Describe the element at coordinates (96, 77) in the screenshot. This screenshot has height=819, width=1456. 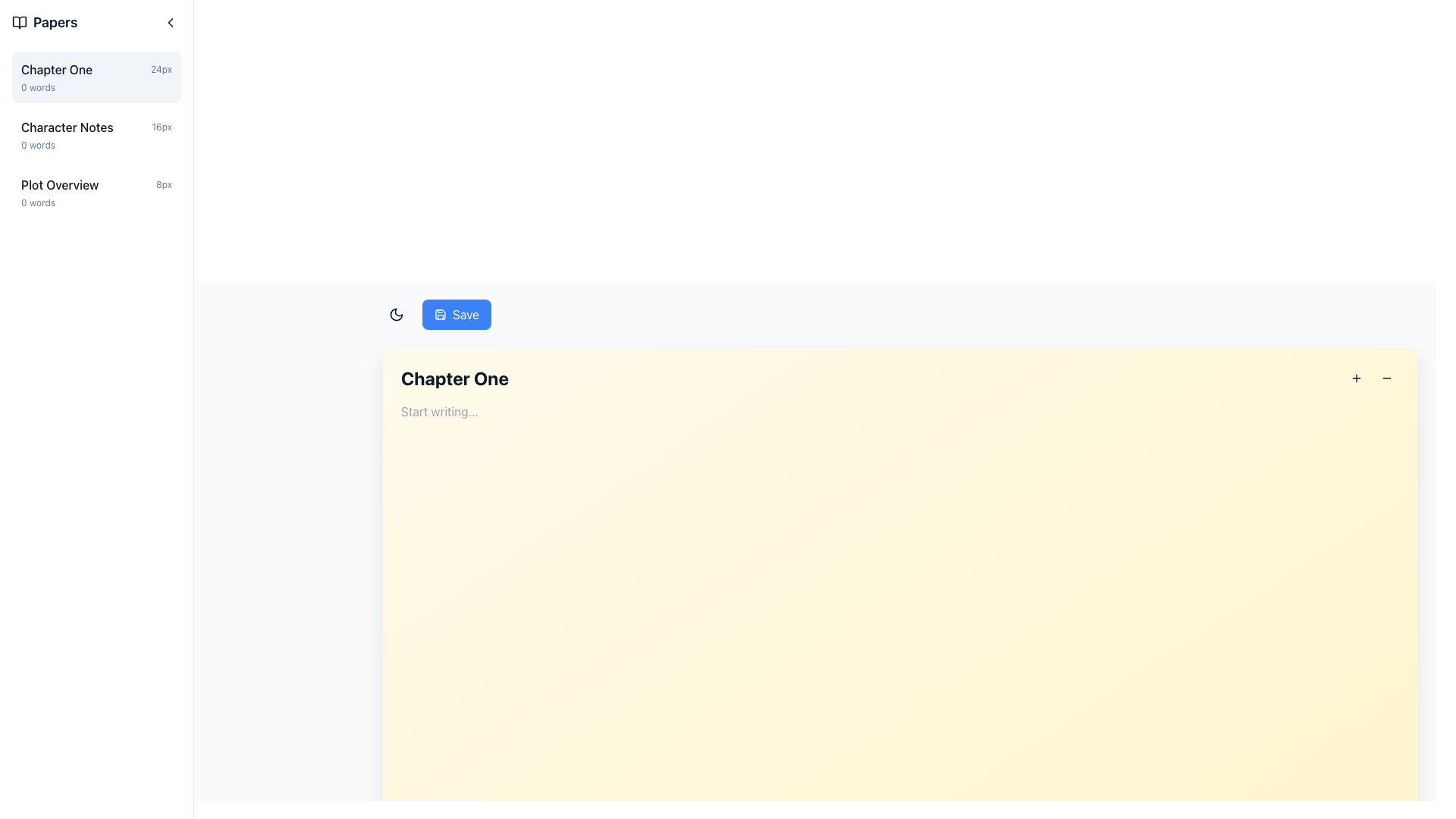
I see `the first item in the navigation menu that allows access to 'Chapter One', highlighting it` at that location.